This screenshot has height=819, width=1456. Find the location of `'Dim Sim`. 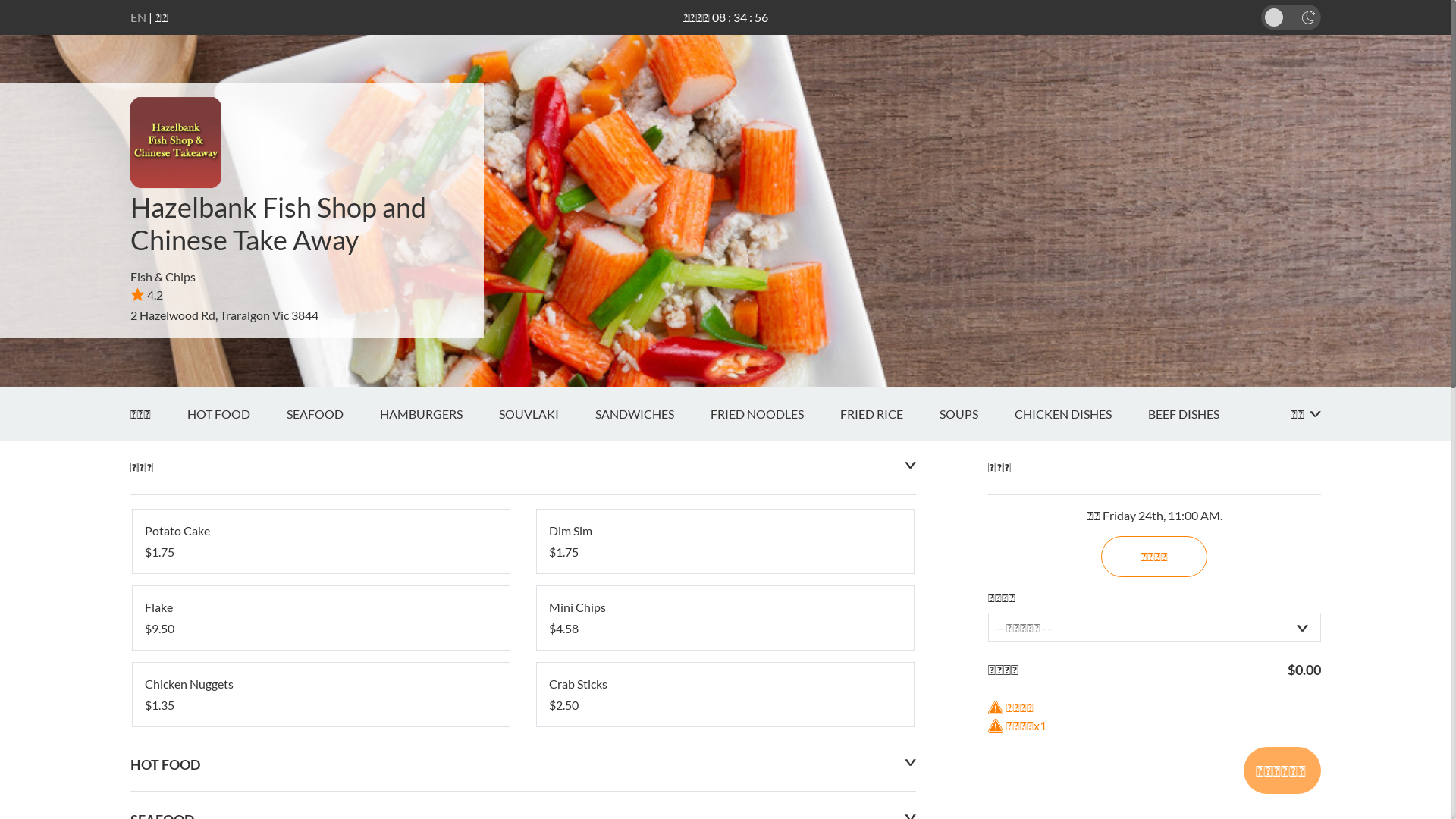

'Dim Sim is located at coordinates (724, 540).